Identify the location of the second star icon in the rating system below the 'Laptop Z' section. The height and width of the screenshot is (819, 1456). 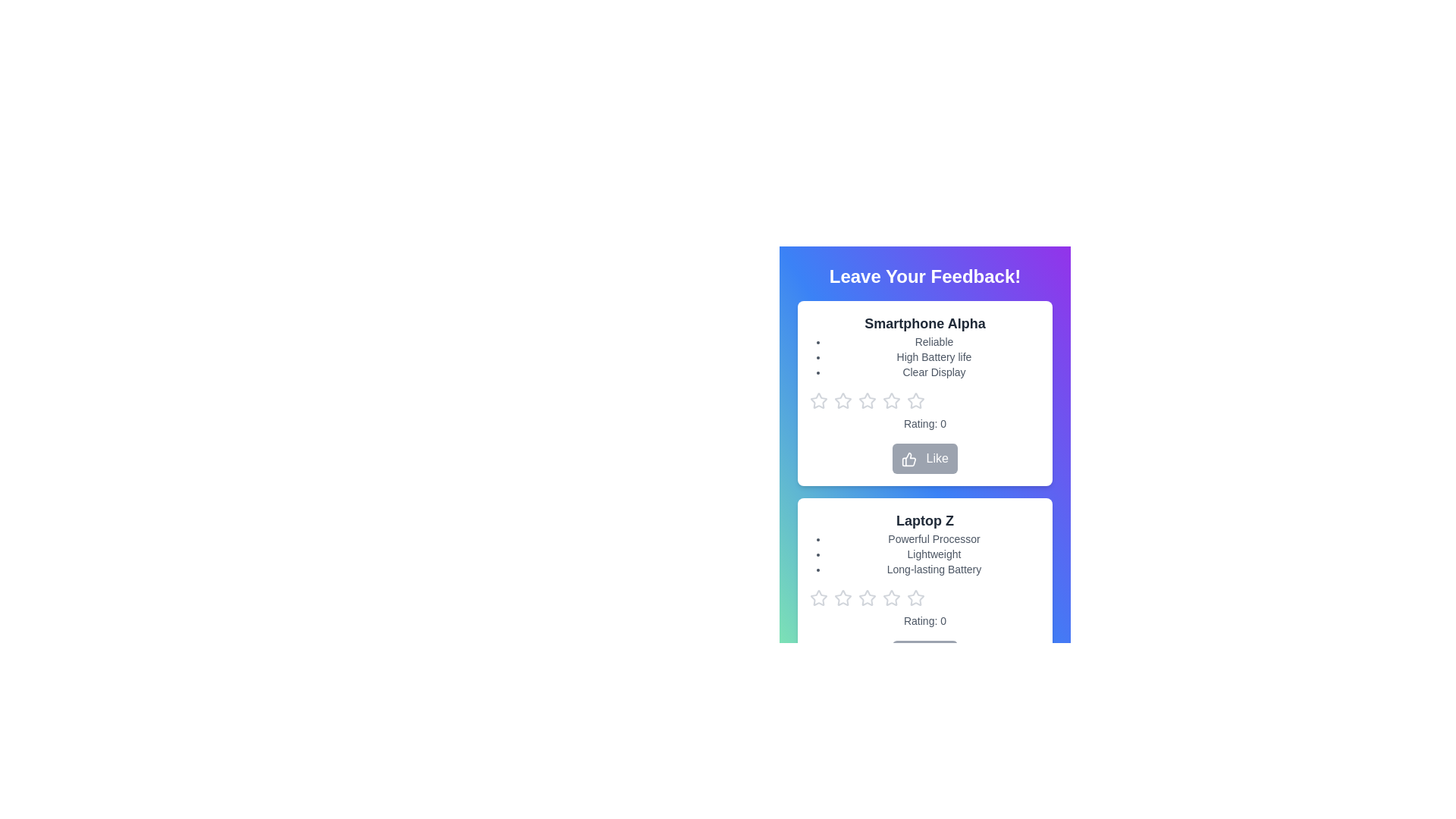
(843, 598).